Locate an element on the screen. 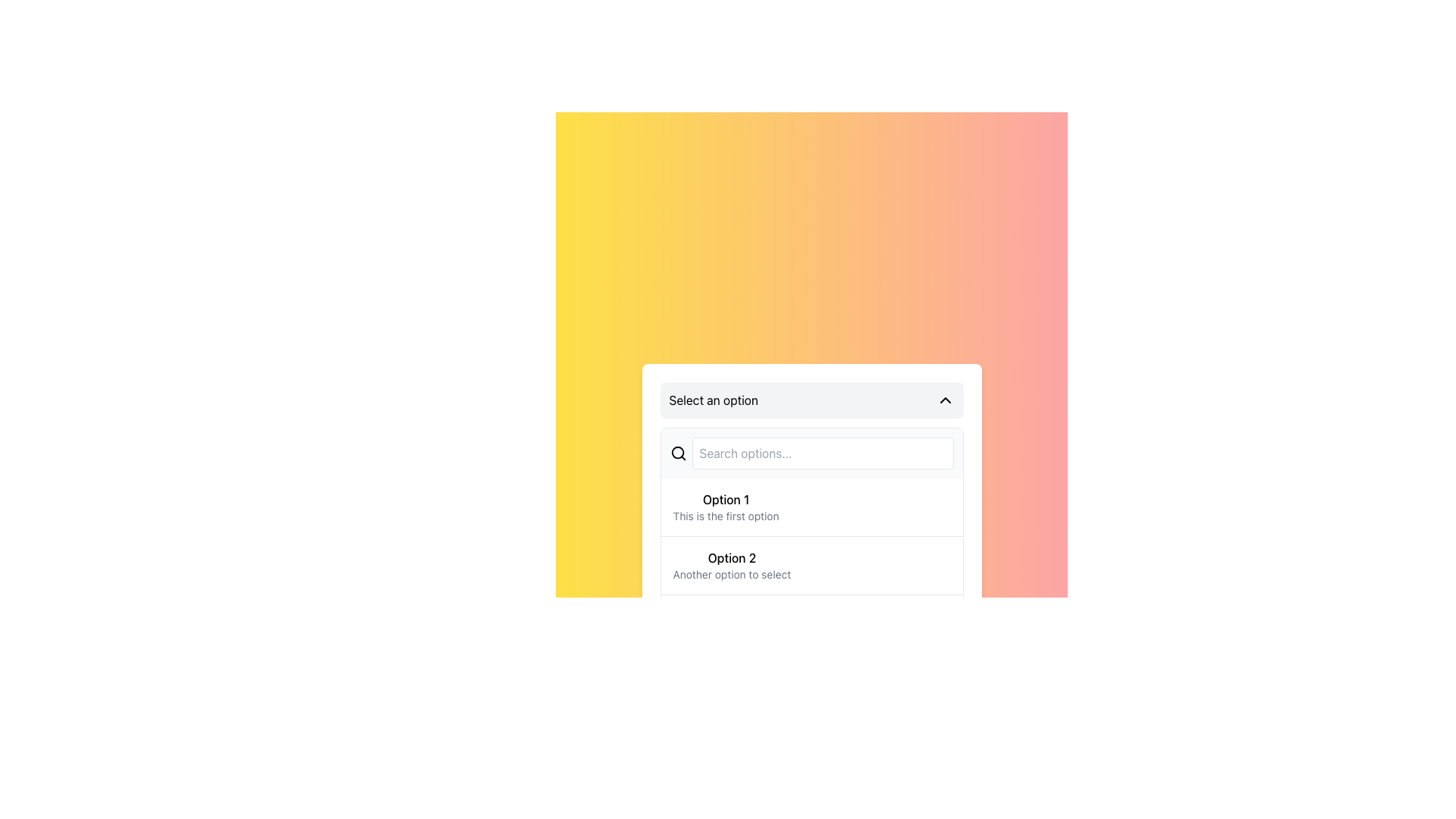 This screenshot has height=819, width=1456. the first selectable item in the dropdown menu labeled 'Option 1' is located at coordinates (811, 520).